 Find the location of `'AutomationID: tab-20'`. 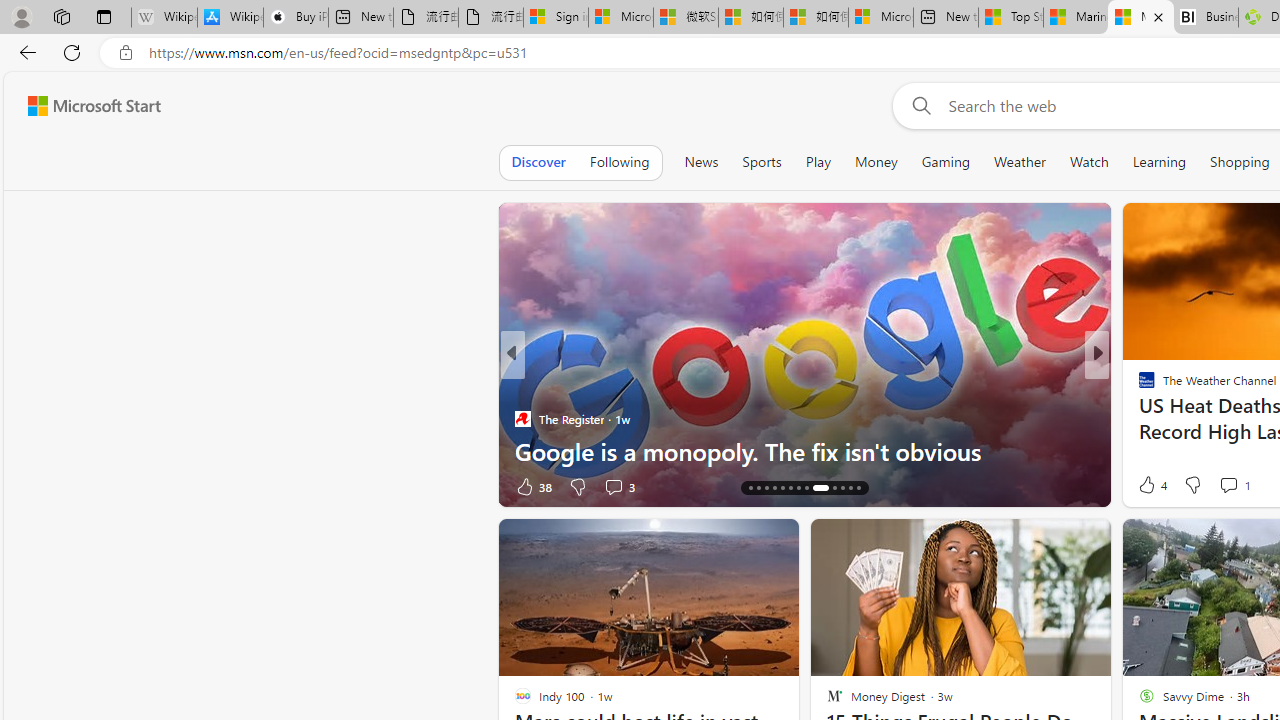

'AutomationID: tab-20' is located at coordinates (797, 488).